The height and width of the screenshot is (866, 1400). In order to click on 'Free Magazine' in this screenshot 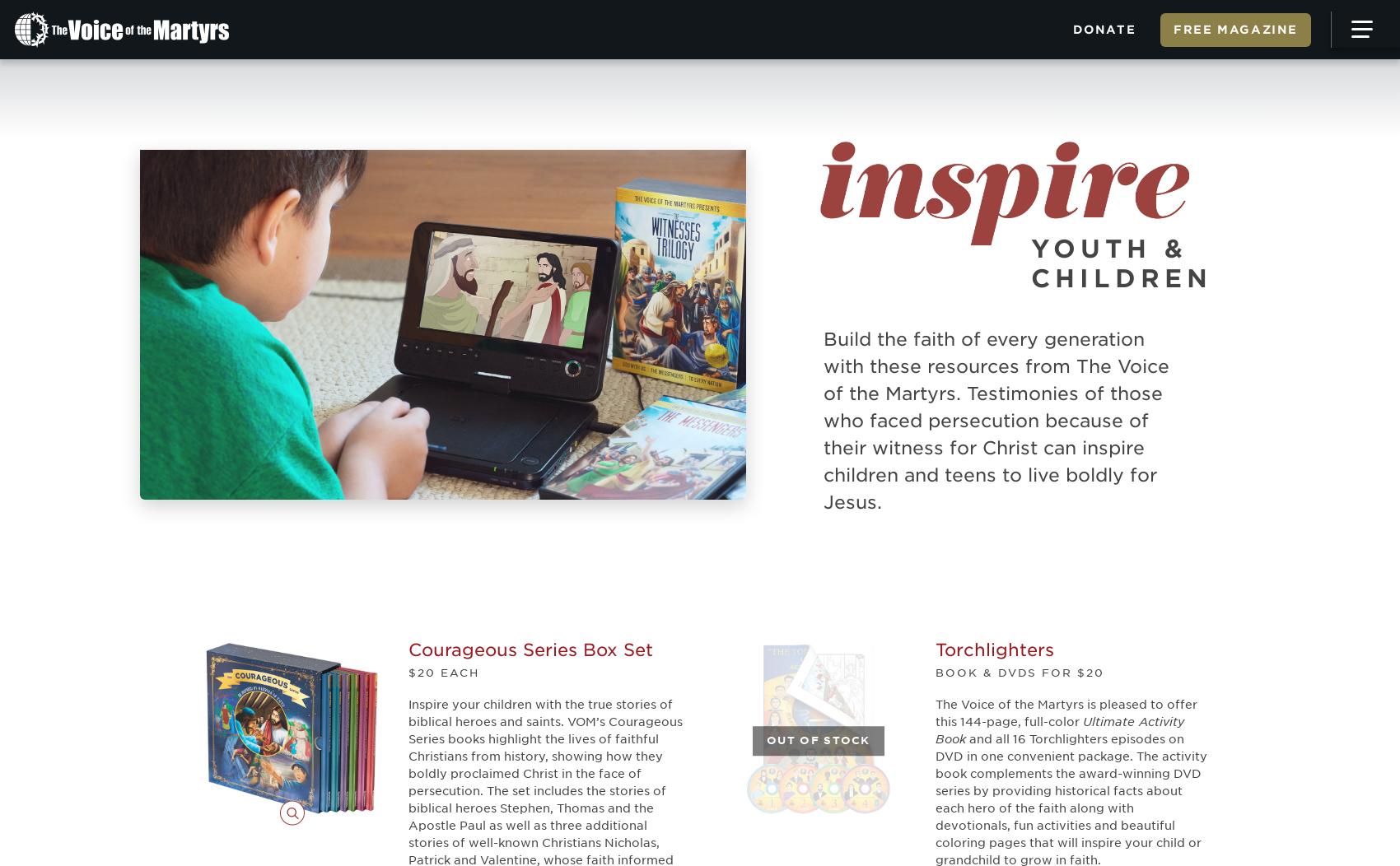, I will do `click(1235, 29)`.